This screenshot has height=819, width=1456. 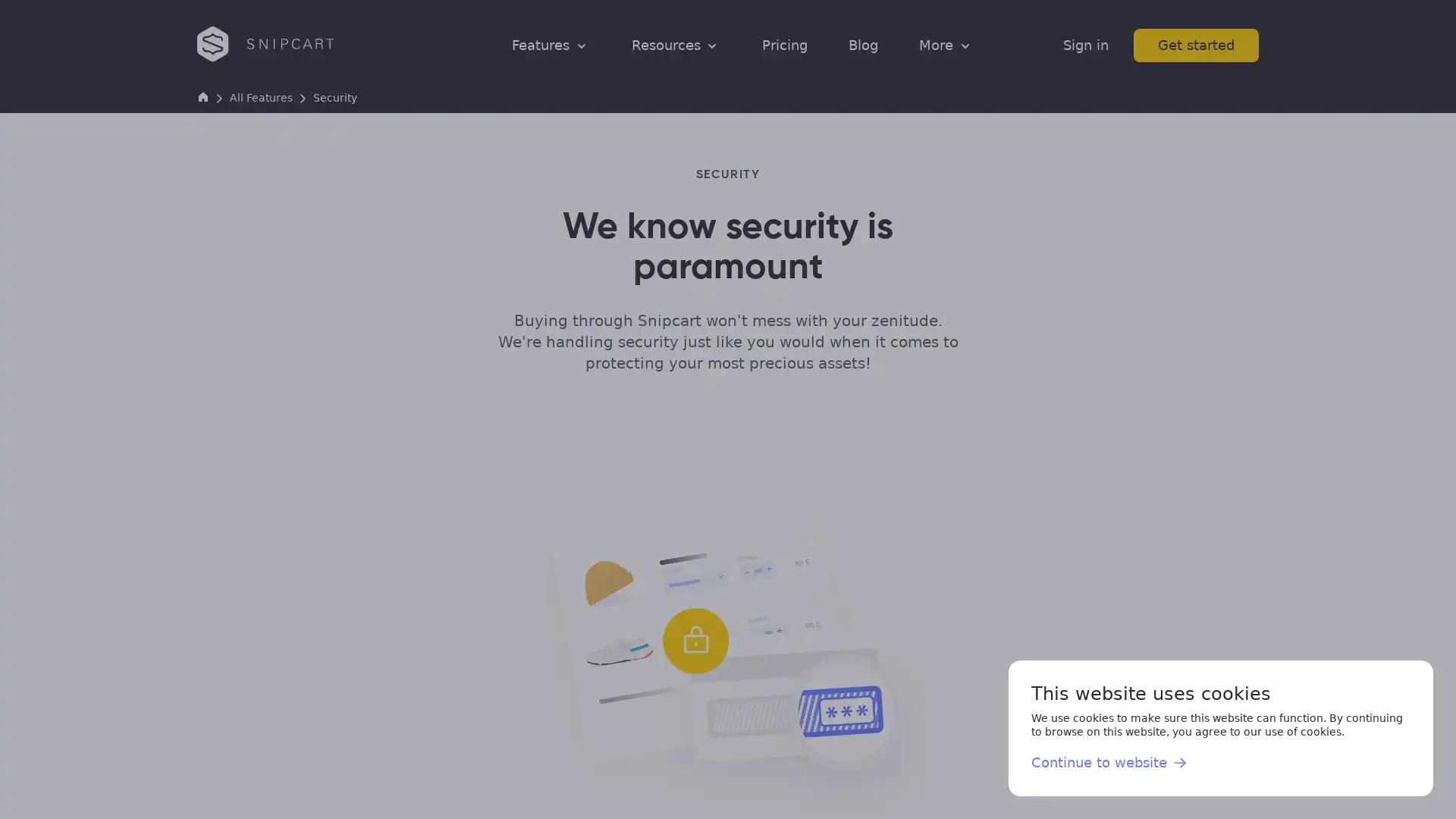 I want to click on Resources, so click(x=675, y=44).